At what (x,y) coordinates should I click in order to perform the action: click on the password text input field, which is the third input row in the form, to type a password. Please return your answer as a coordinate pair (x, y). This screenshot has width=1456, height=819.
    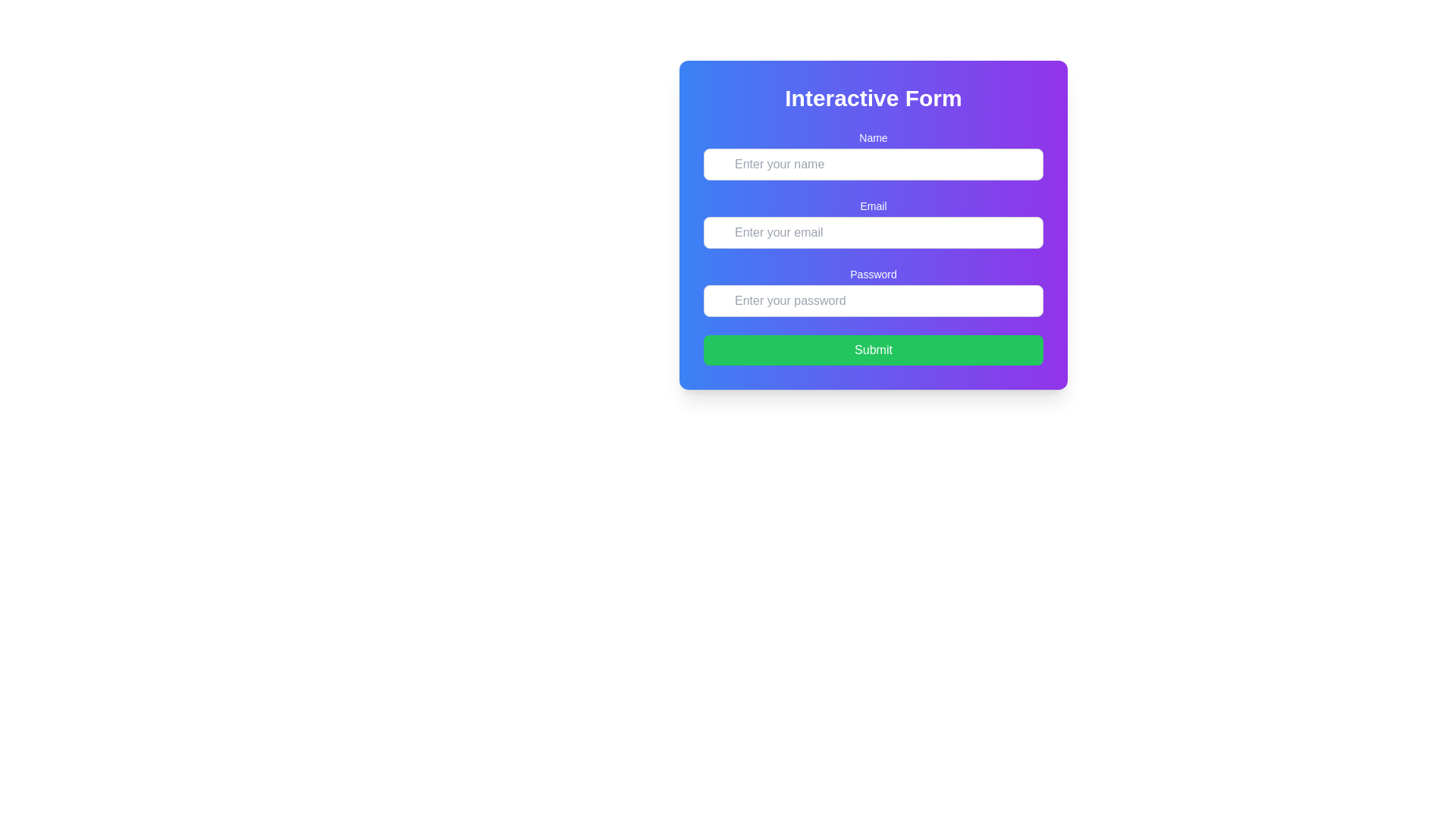
    Looking at the image, I should click on (874, 292).